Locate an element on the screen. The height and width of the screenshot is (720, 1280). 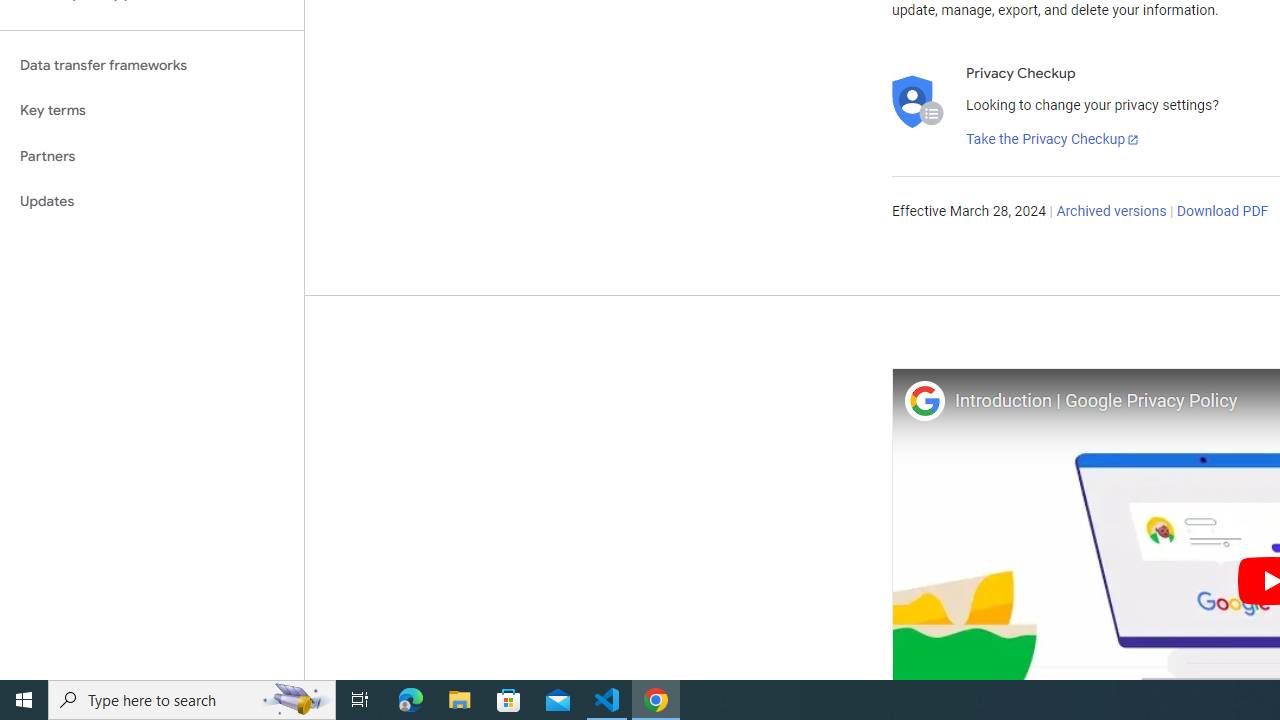
'Archived versions' is located at coordinates (1110, 212).